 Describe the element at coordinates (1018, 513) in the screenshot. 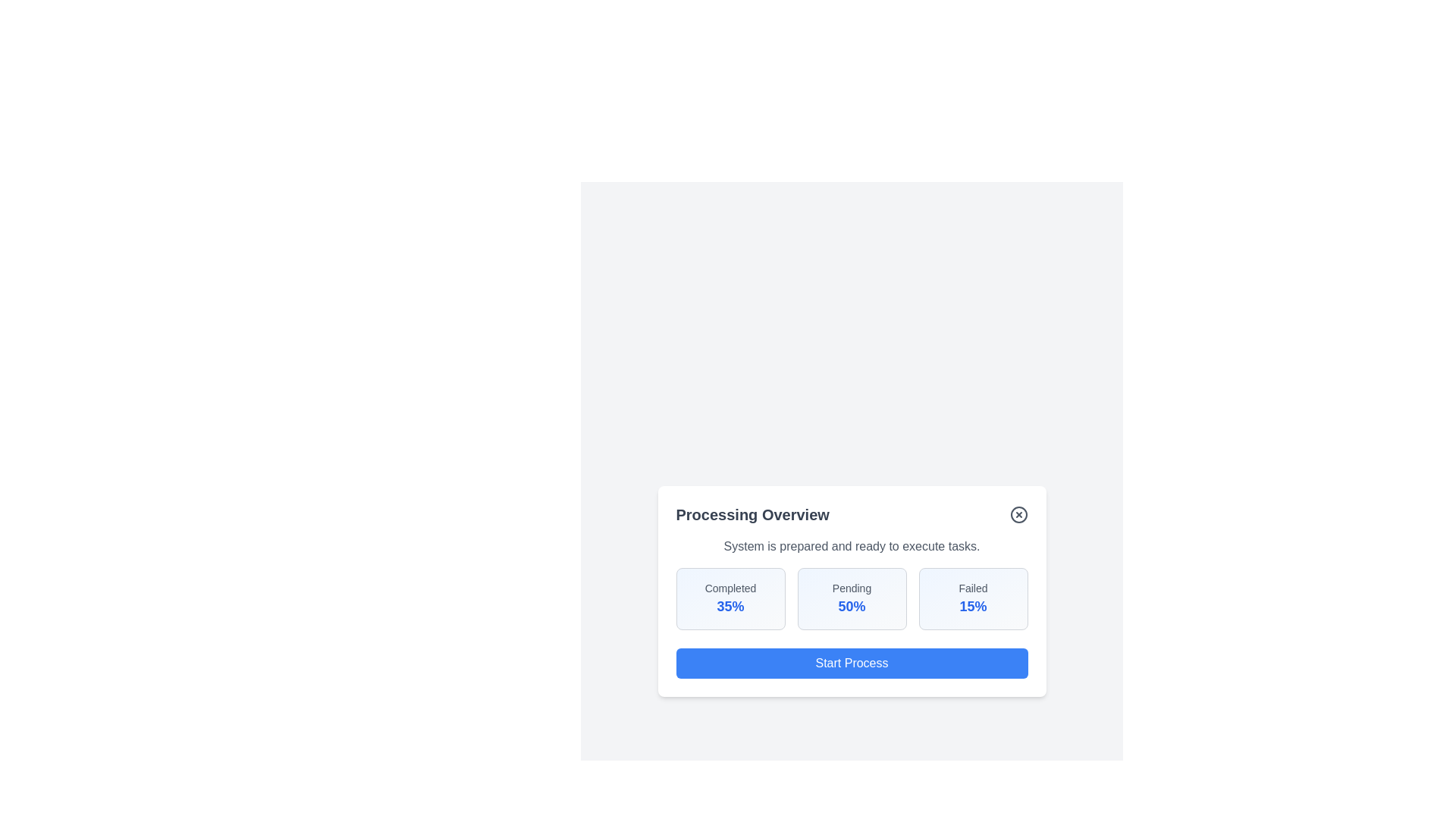

I see `the close button to dismiss the dialog` at that location.